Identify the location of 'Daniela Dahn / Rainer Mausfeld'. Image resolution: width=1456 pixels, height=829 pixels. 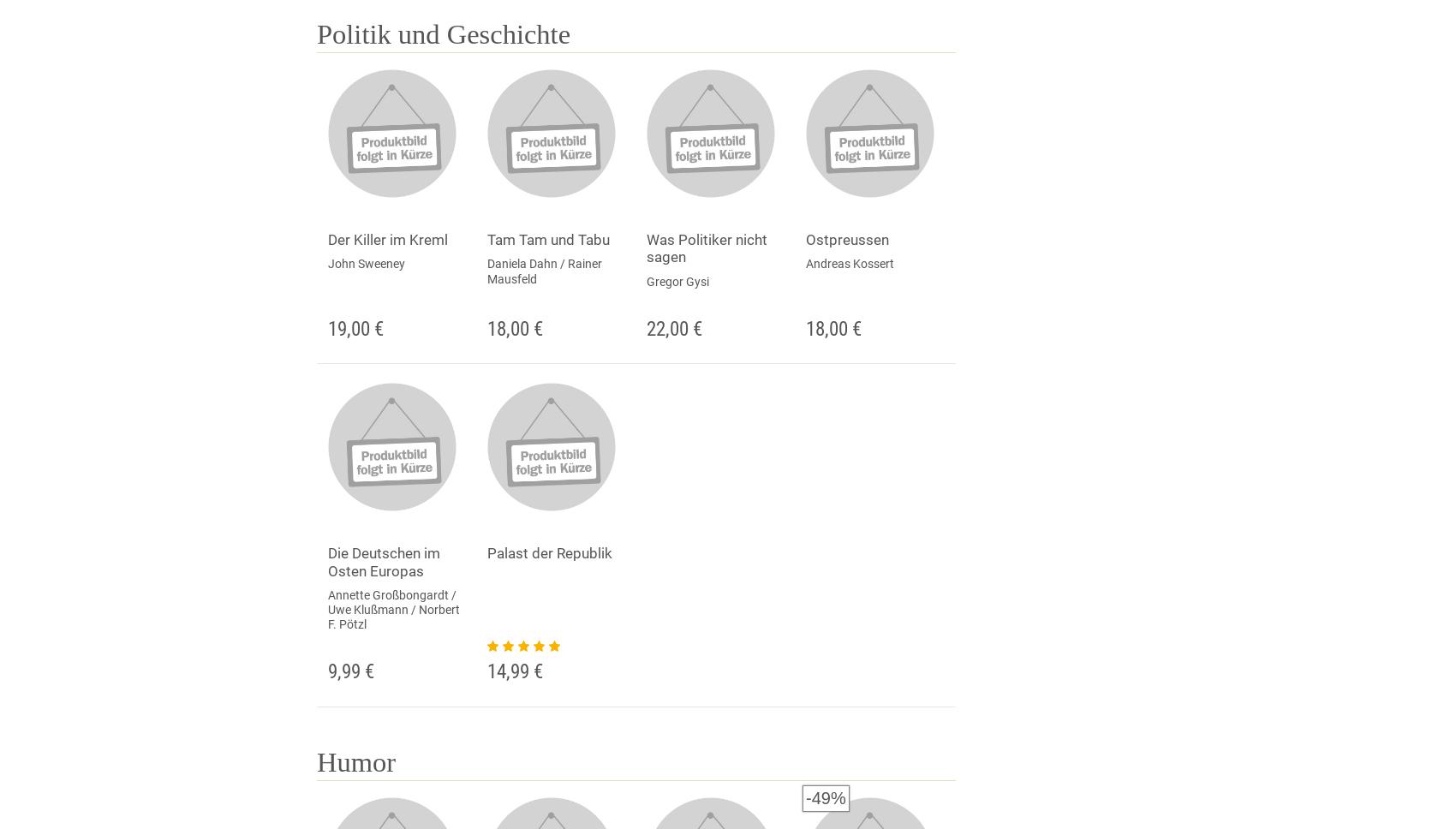
(543, 270).